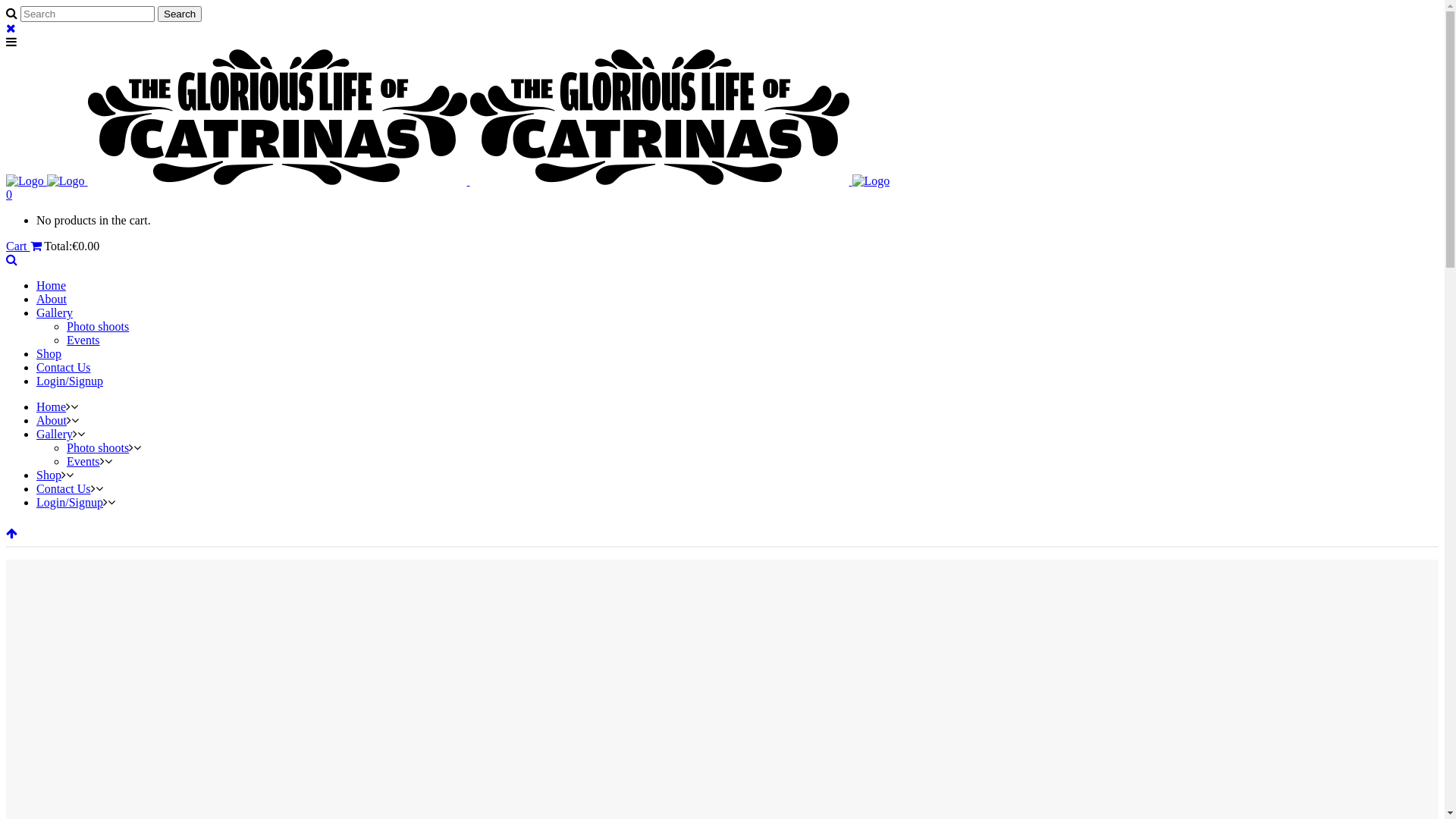 The image size is (1456, 819). Describe the element at coordinates (51, 420) in the screenshot. I see `'About'` at that location.